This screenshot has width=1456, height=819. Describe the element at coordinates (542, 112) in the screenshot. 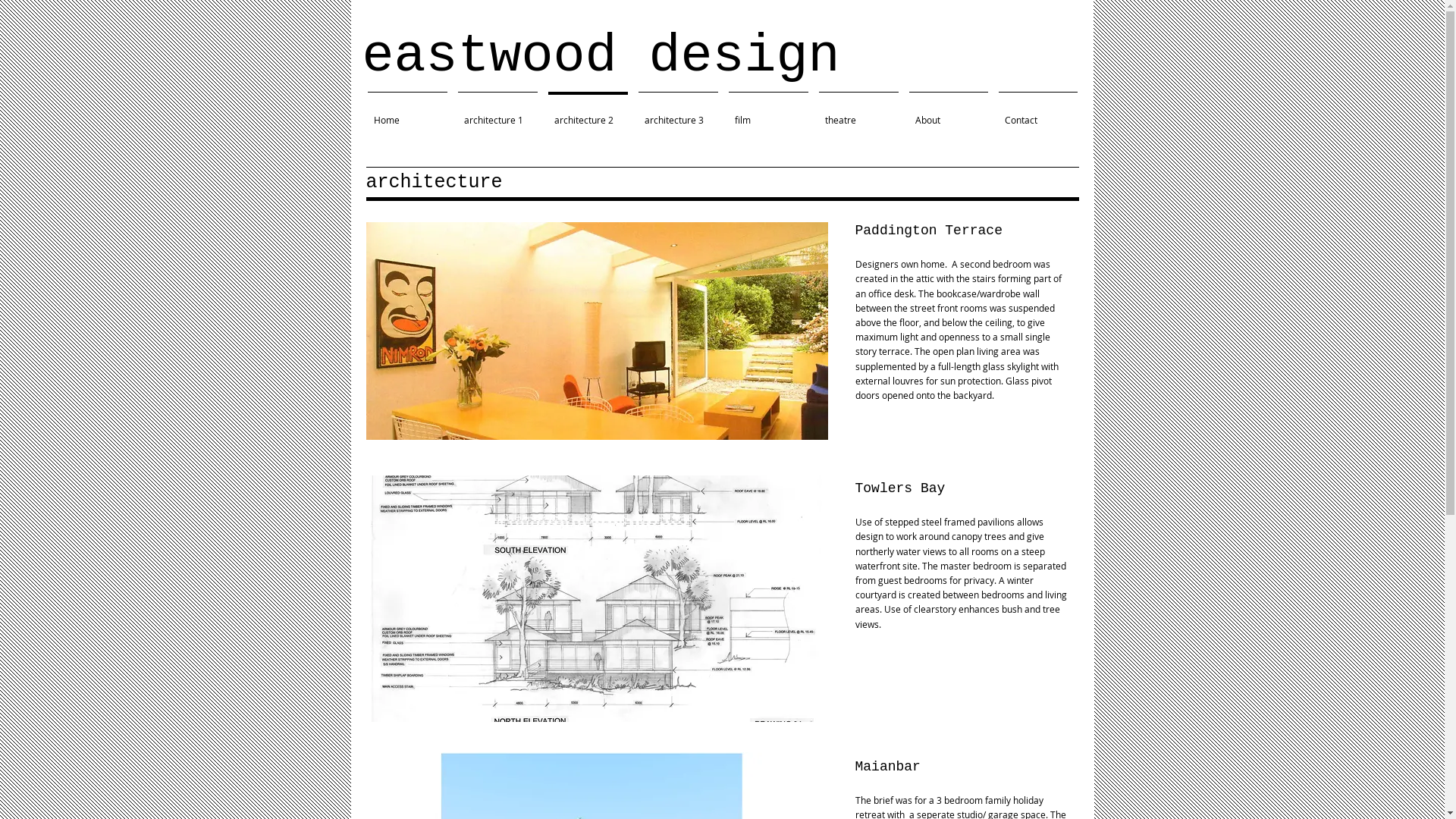

I see `'architecture 2'` at that location.